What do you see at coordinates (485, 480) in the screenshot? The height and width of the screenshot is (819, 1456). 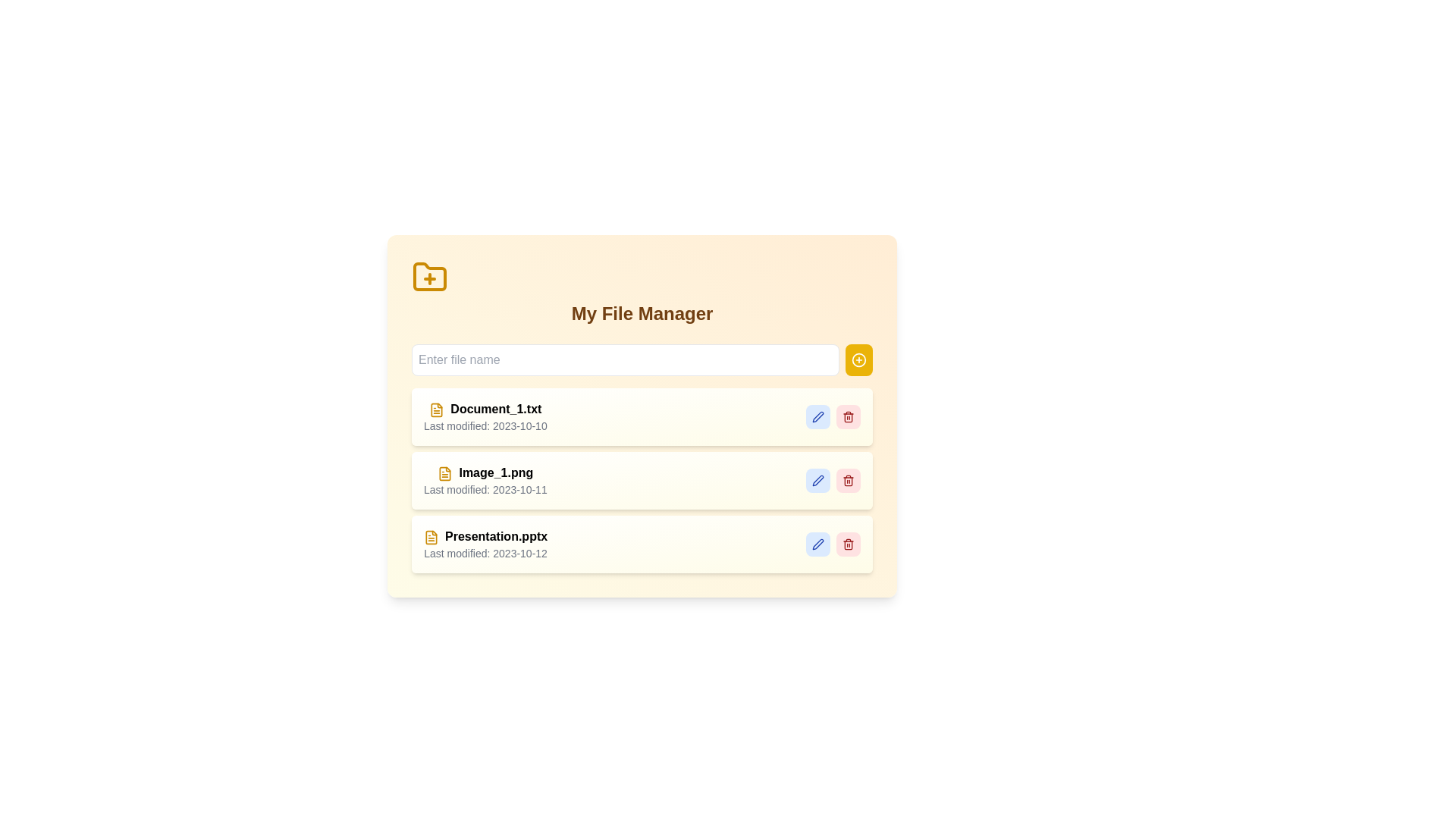 I see `the File item representation of 'Image_1.png' which includes a yellow file icon and last modified date 'Last modified: 2023-10-11'` at bounding box center [485, 480].